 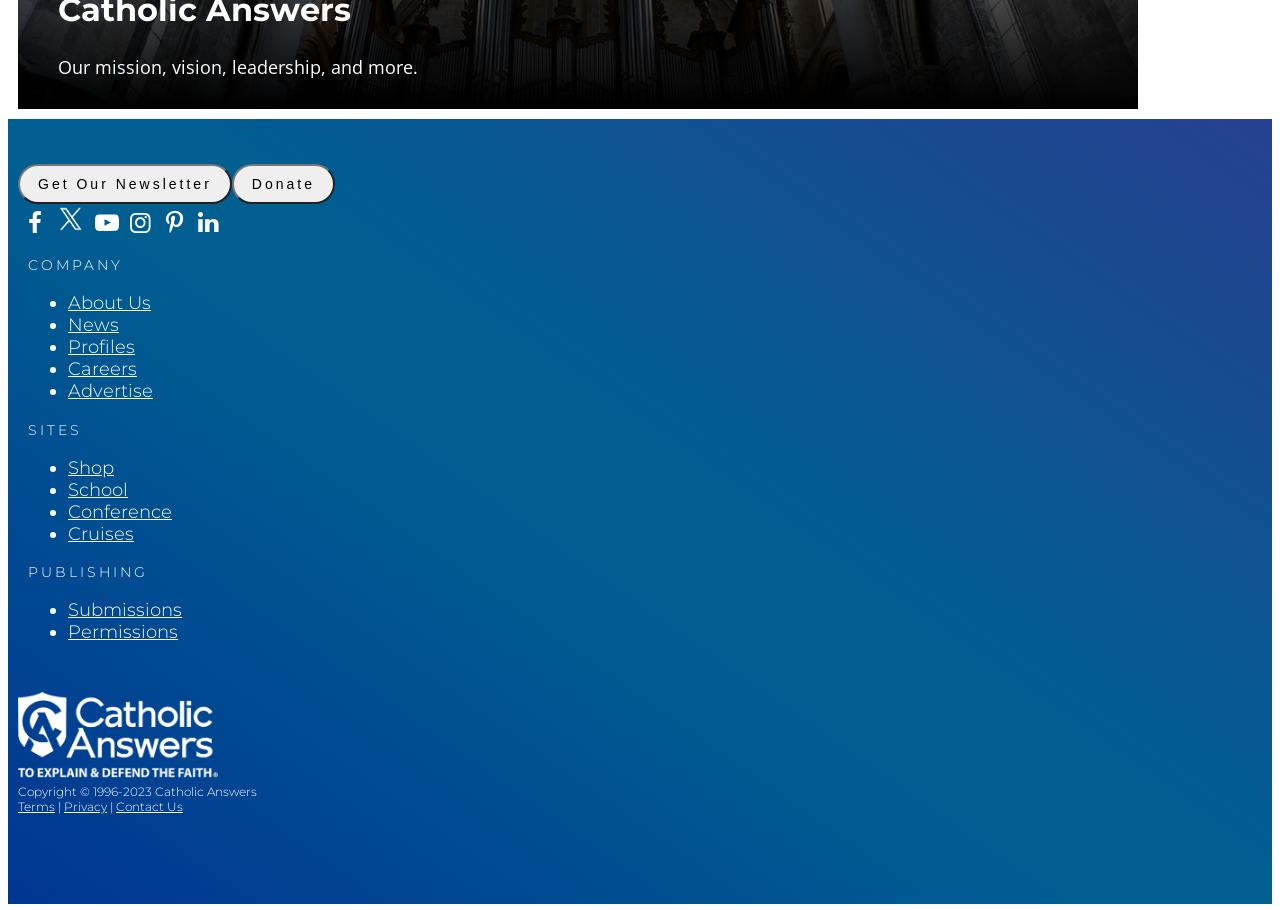 What do you see at coordinates (101, 368) in the screenshot?
I see `'Careers'` at bounding box center [101, 368].